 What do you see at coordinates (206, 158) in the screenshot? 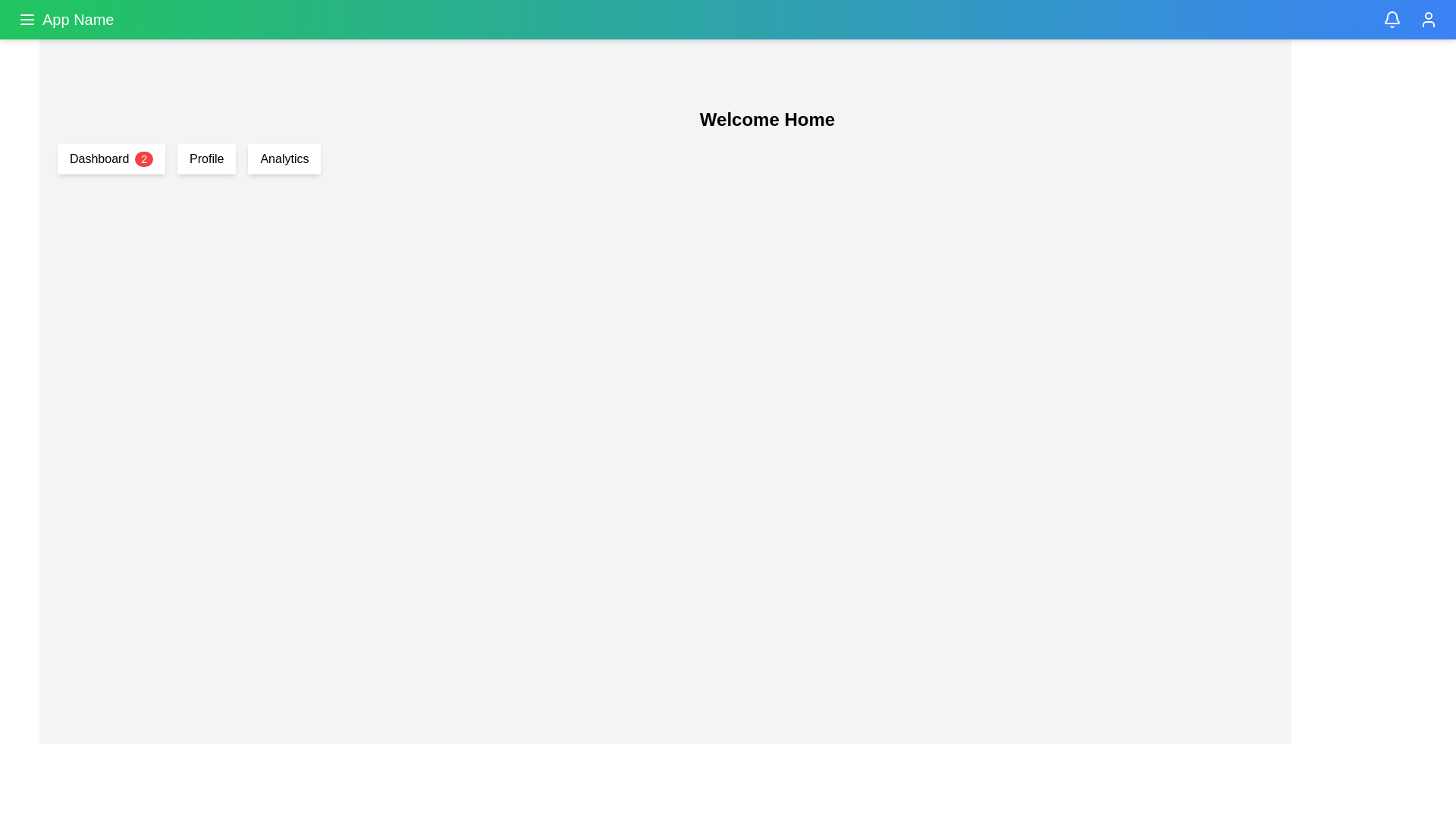
I see `the 'Profile' navigation button located between the 'Dashboard' button with a red badge and the 'Analytics' button, situated under the green-blue header` at bounding box center [206, 158].